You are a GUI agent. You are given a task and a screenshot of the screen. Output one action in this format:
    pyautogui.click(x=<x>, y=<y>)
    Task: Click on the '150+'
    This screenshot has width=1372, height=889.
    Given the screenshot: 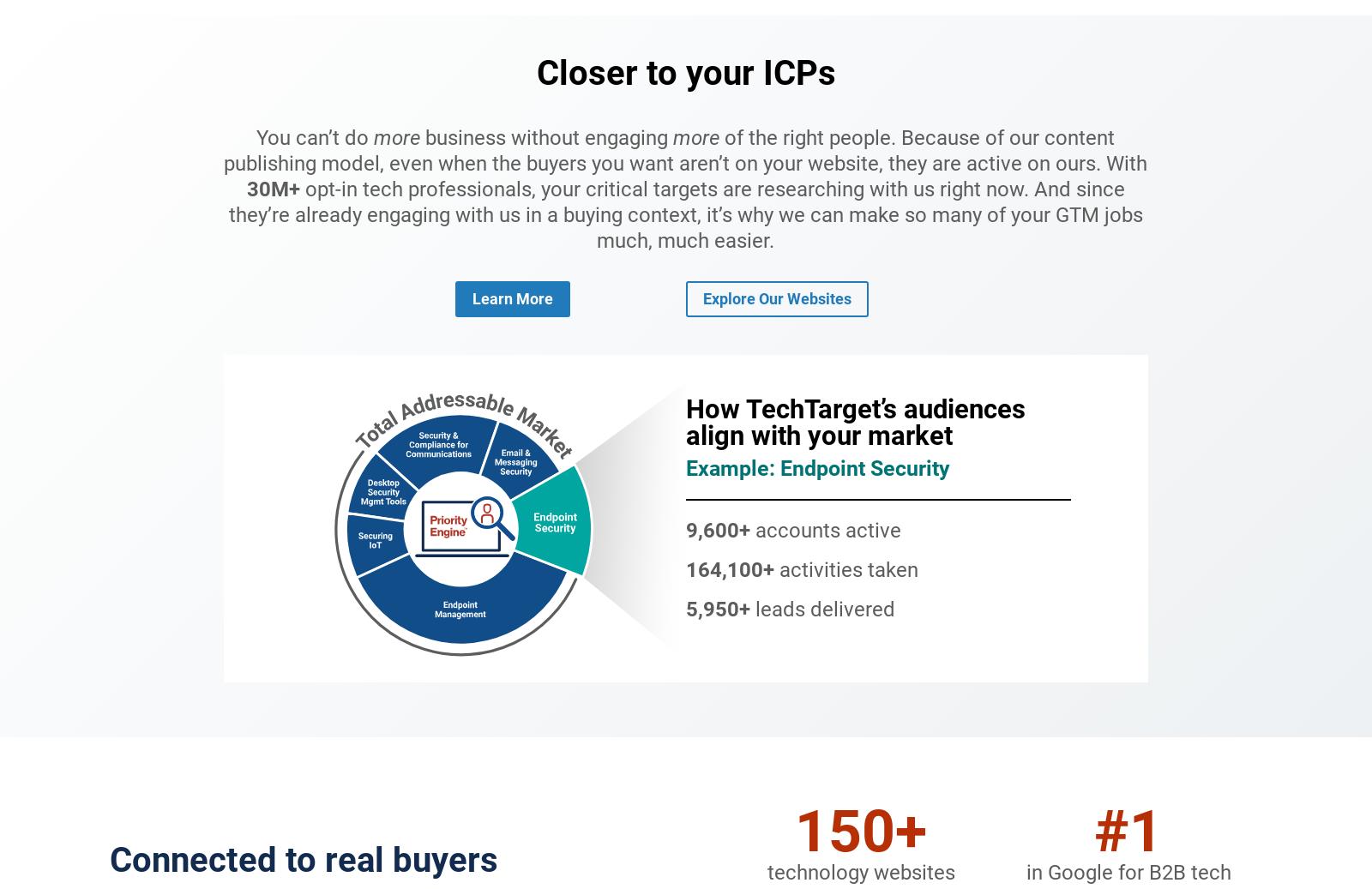 What is the action you would take?
    pyautogui.click(x=860, y=830)
    